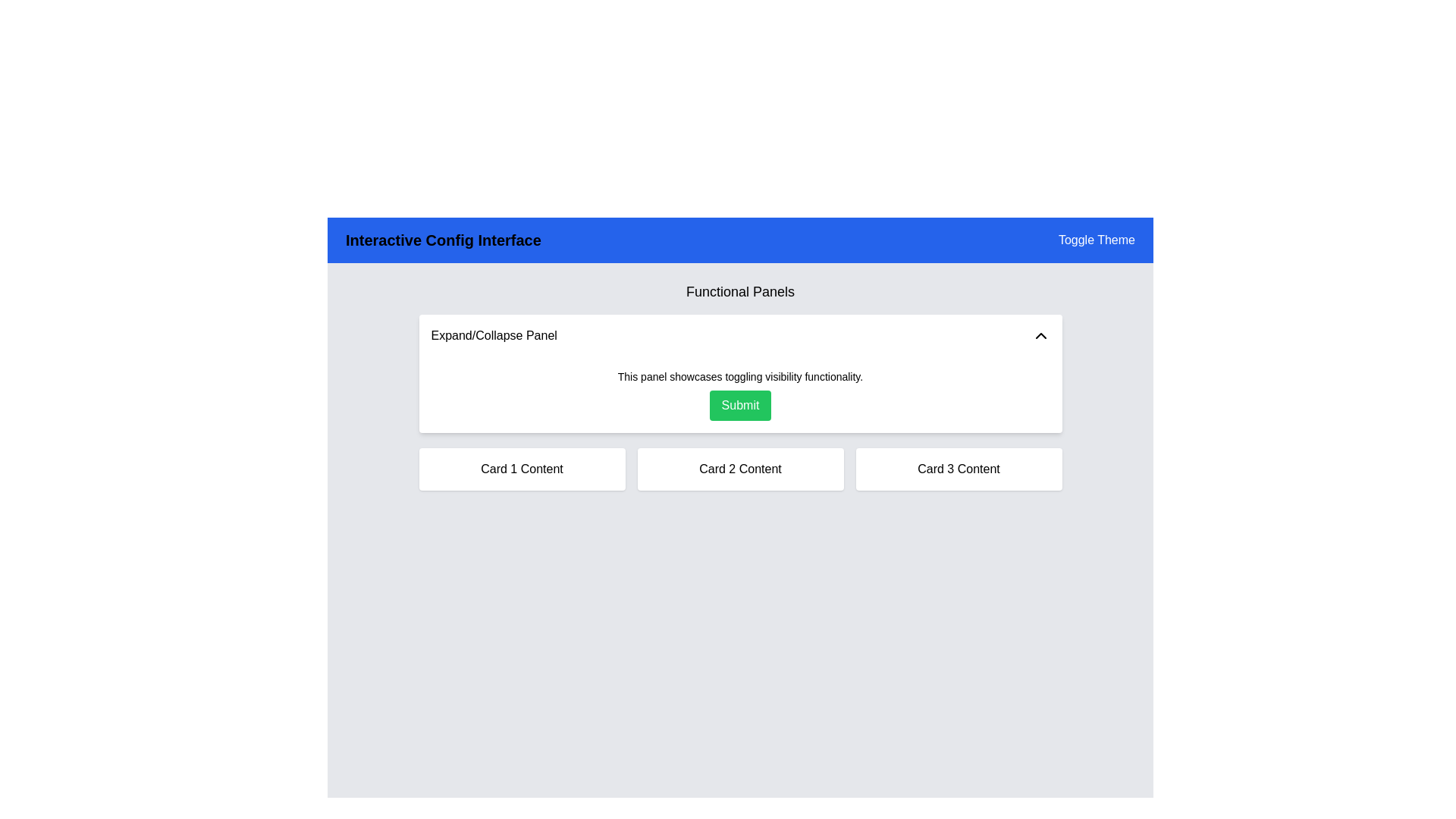 The image size is (1456, 819). What do you see at coordinates (1040, 335) in the screenshot?
I see `the small upward-pointing chevron icon outlined in black, located to the far-right of the 'Expand/Collapse Panel' label` at bounding box center [1040, 335].